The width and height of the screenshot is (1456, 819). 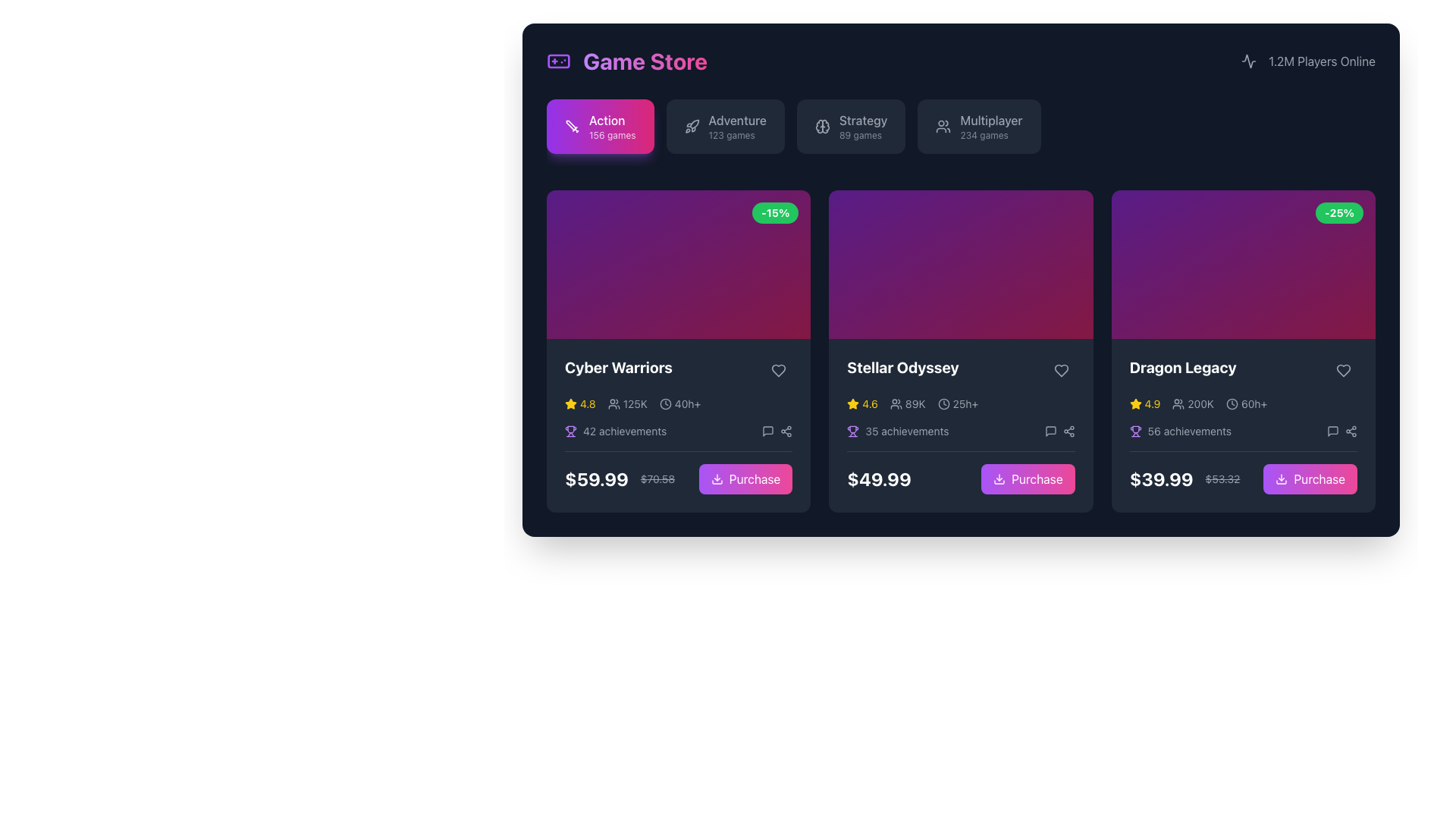 What do you see at coordinates (768, 431) in the screenshot?
I see `the comment bubble icon located in the bottom-right corner of the 'Cyber Warriors' game card` at bounding box center [768, 431].